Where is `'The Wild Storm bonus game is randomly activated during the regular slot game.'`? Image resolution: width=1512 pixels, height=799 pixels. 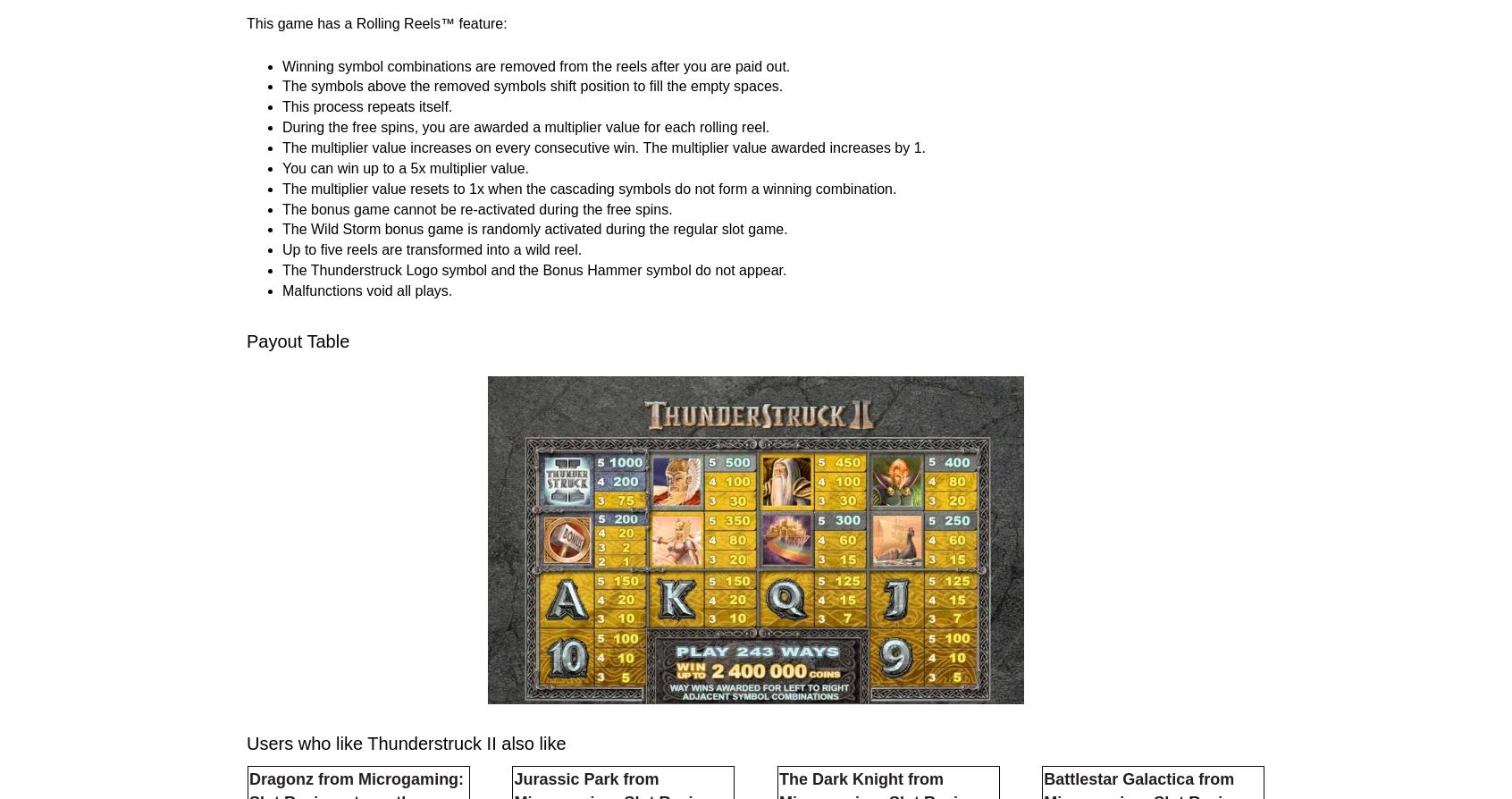
'The Wild Storm bonus game is randomly activated during the regular slot game.' is located at coordinates (533, 453).